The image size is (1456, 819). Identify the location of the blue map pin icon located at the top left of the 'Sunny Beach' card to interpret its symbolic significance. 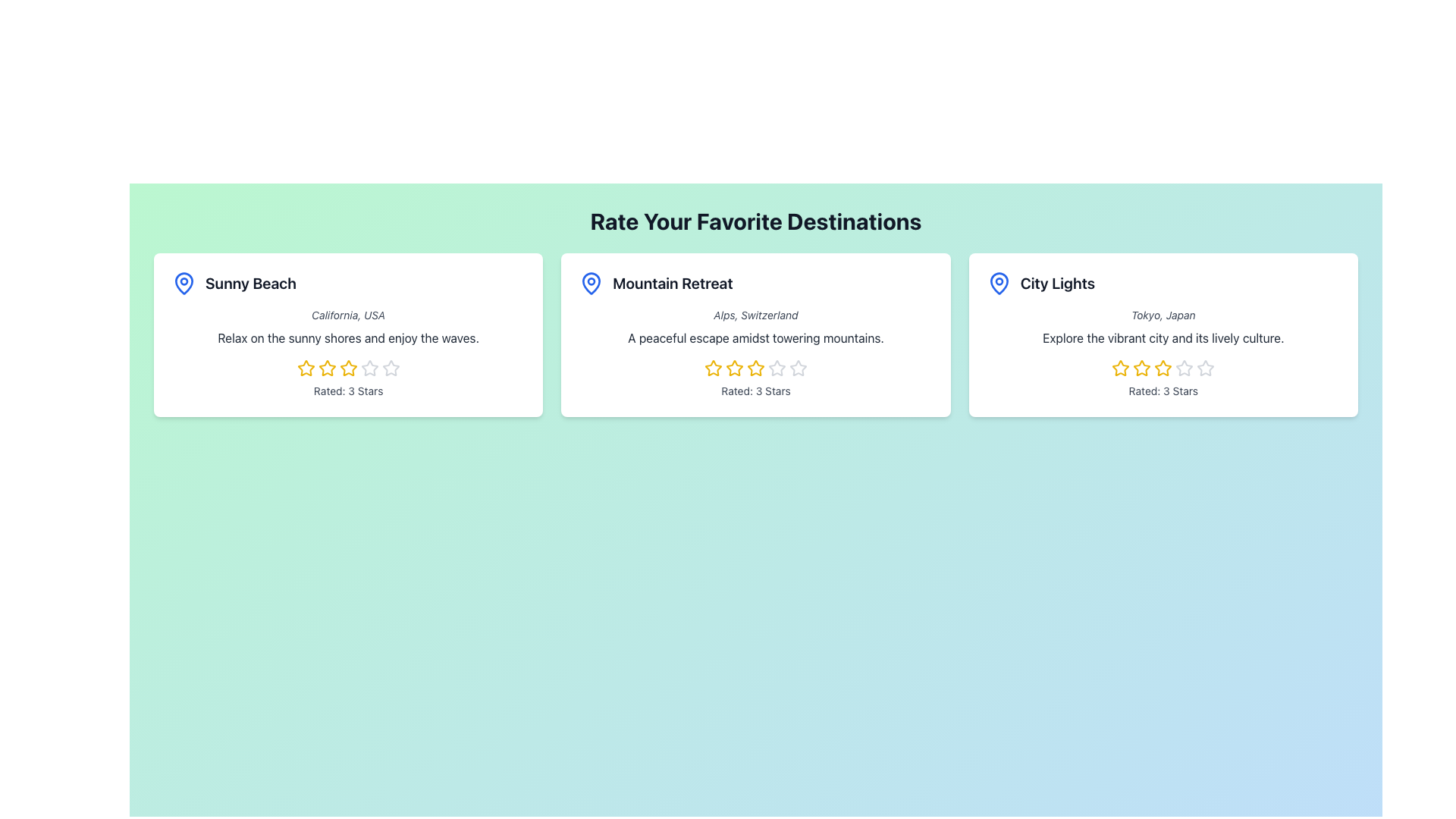
(184, 284).